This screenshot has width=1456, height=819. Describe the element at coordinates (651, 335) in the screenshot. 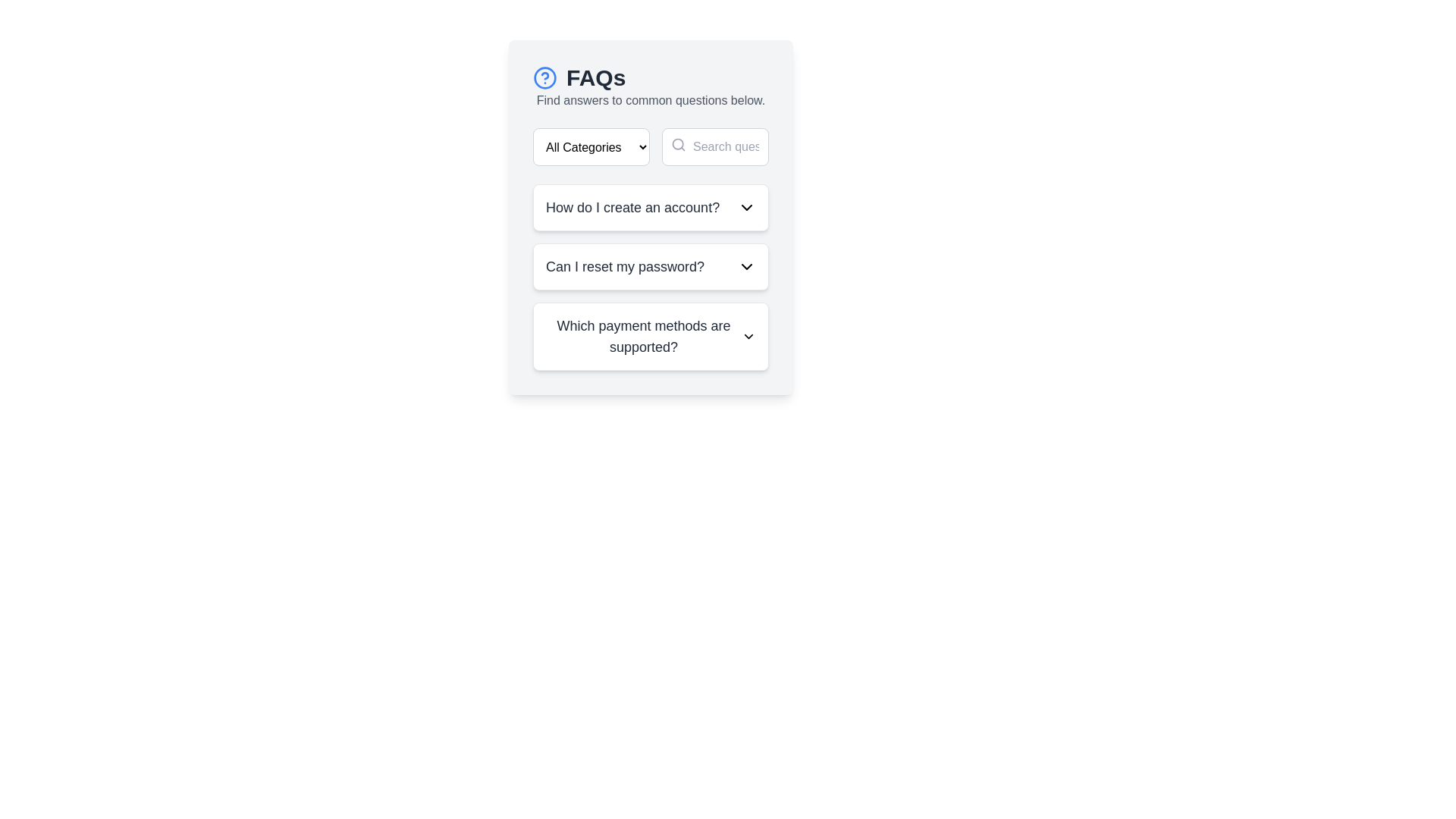

I see `the interactive text with an icon (collapsible header) located in the third item of the FAQ section` at that location.